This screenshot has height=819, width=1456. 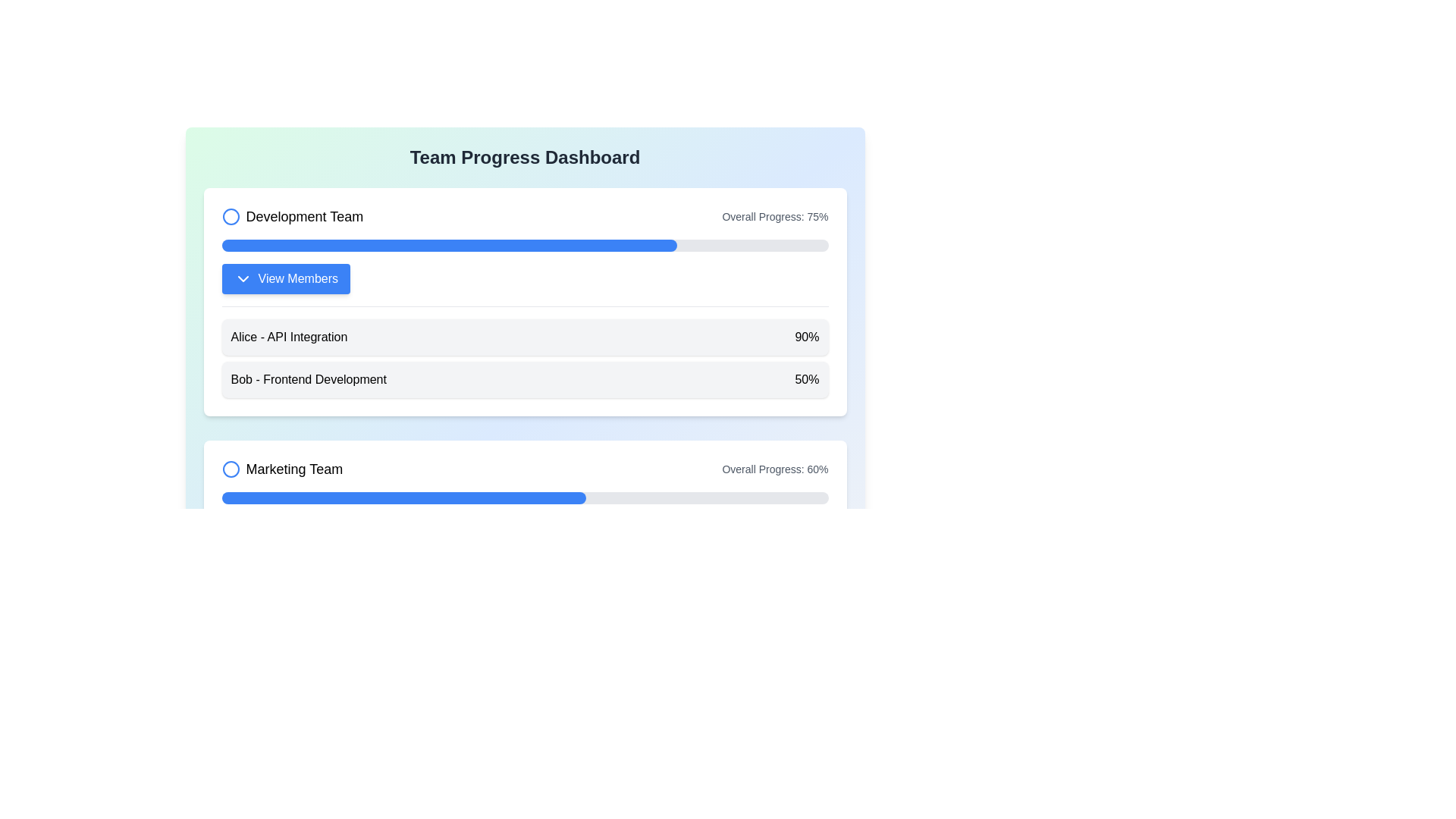 I want to click on the styled radio button indicator, so click(x=230, y=216).